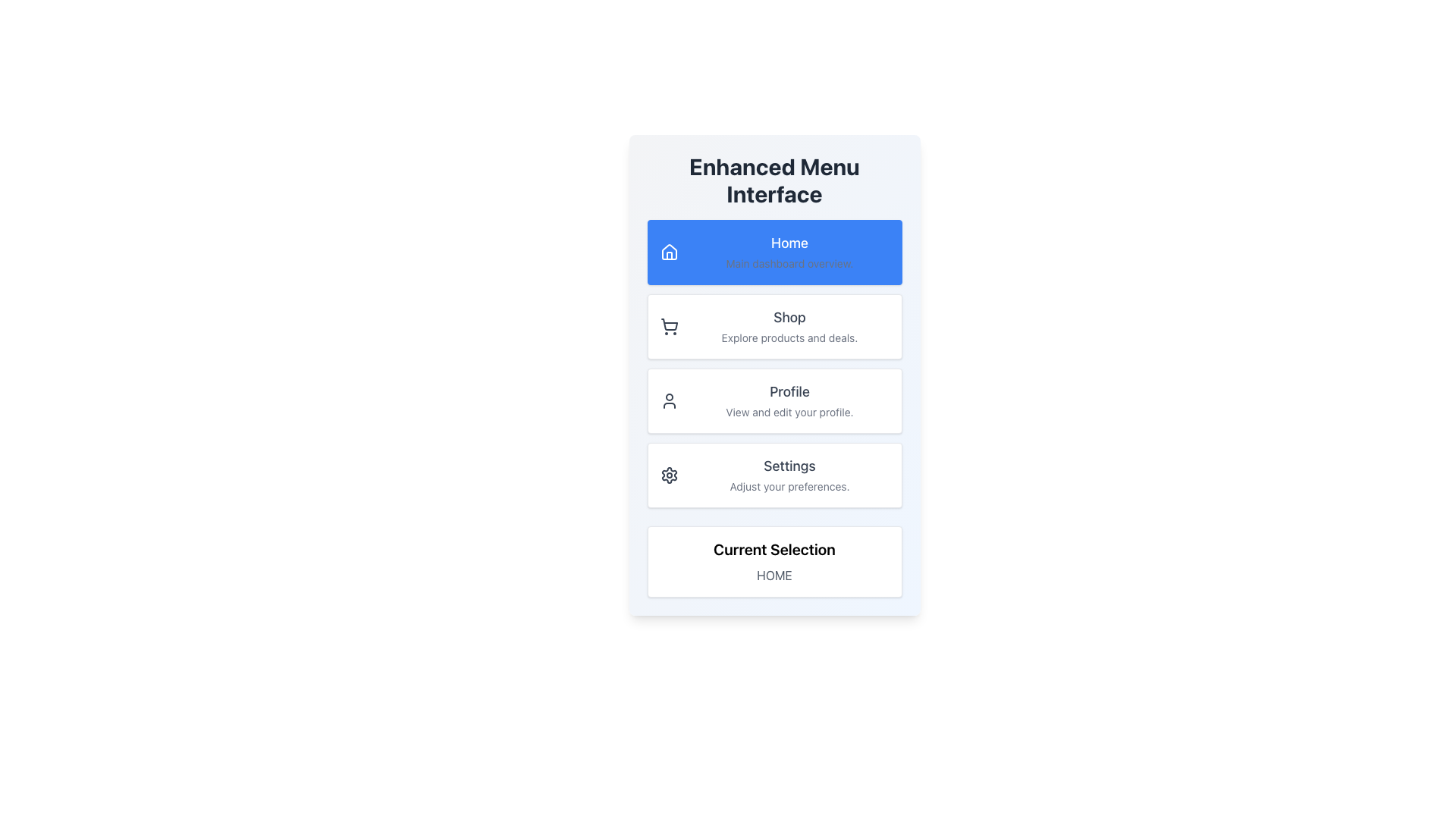 The image size is (1456, 819). What do you see at coordinates (789, 400) in the screenshot?
I see `the third card in the vertical list under 'Enhanced Menu Interface' labeled 'Profile', which has a bold title and a supporting description` at bounding box center [789, 400].